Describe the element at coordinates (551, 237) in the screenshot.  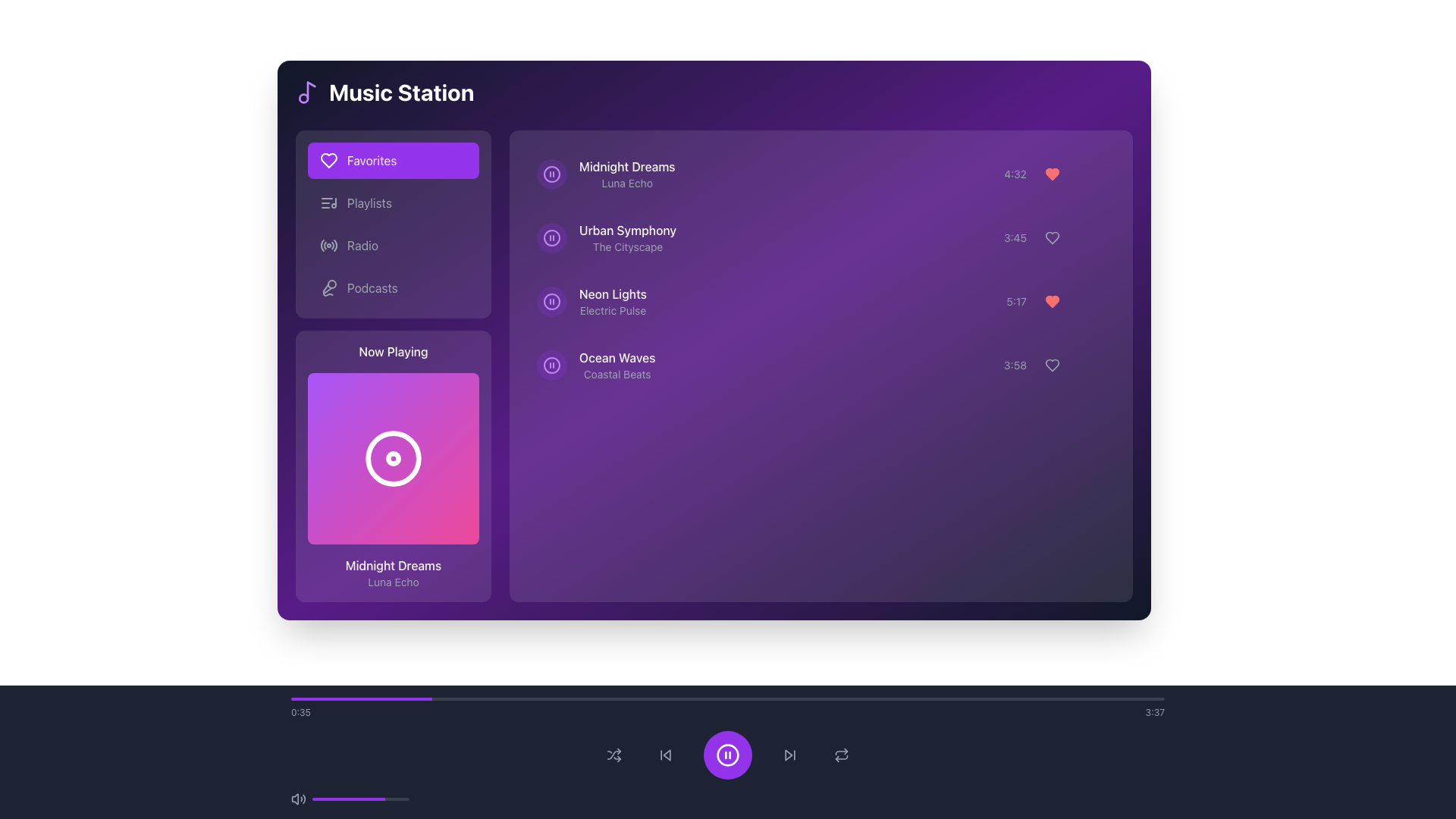
I see `the pause button for the 'Urban Symphony' music track` at that location.